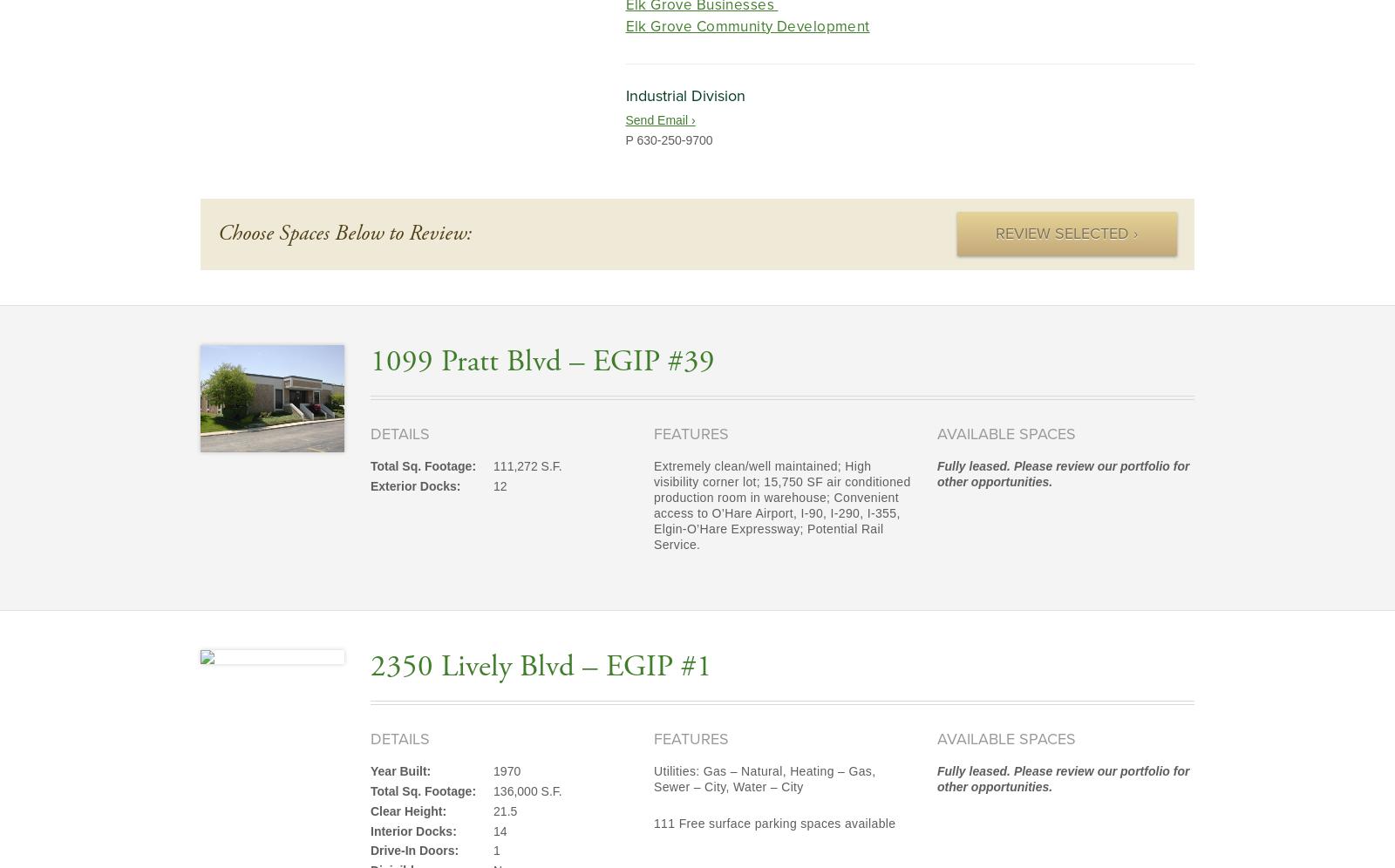  I want to click on '1', so click(493, 849).